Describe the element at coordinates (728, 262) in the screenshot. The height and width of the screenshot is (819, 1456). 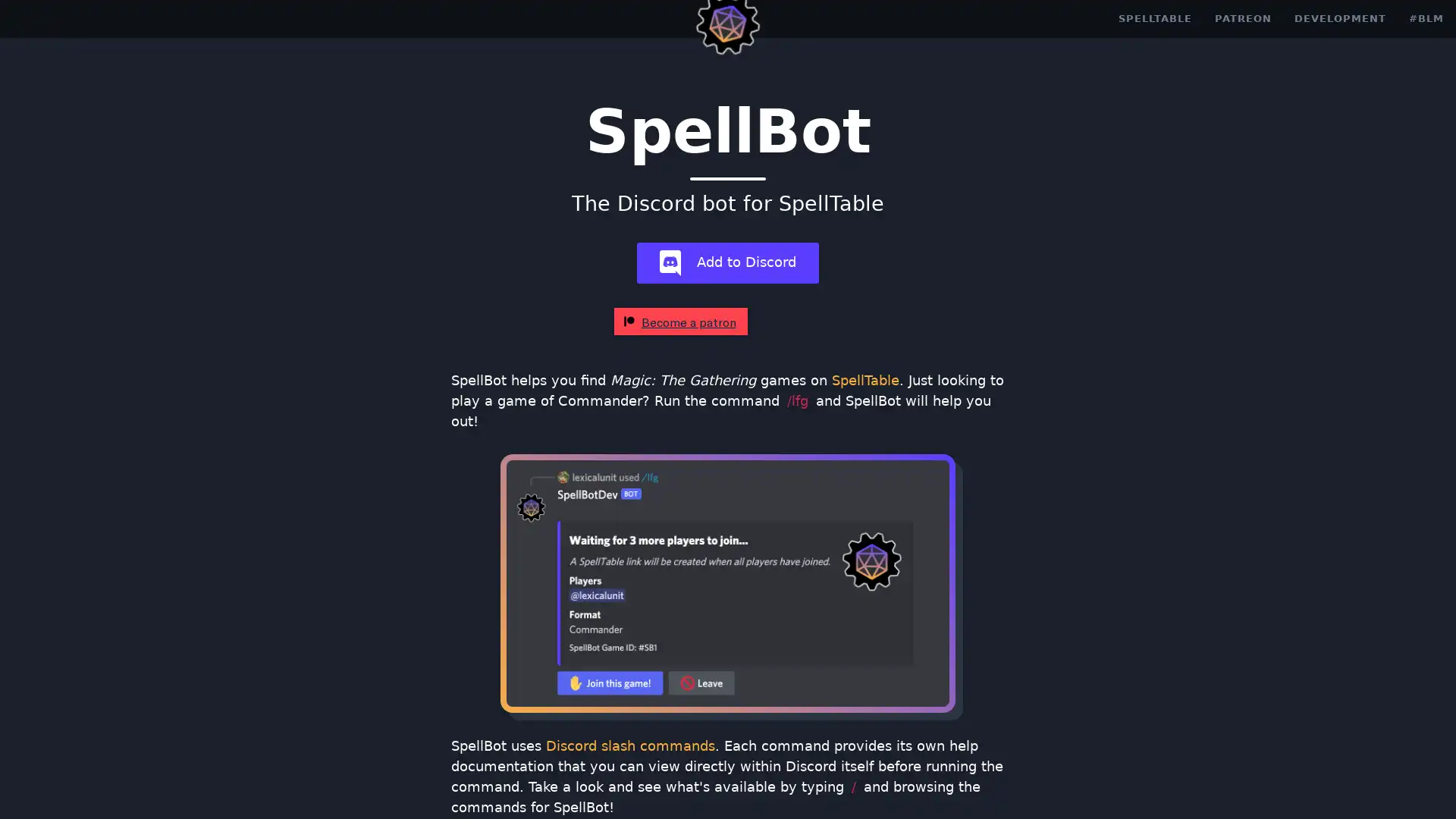
I see `add-bot Add to Discord` at that location.